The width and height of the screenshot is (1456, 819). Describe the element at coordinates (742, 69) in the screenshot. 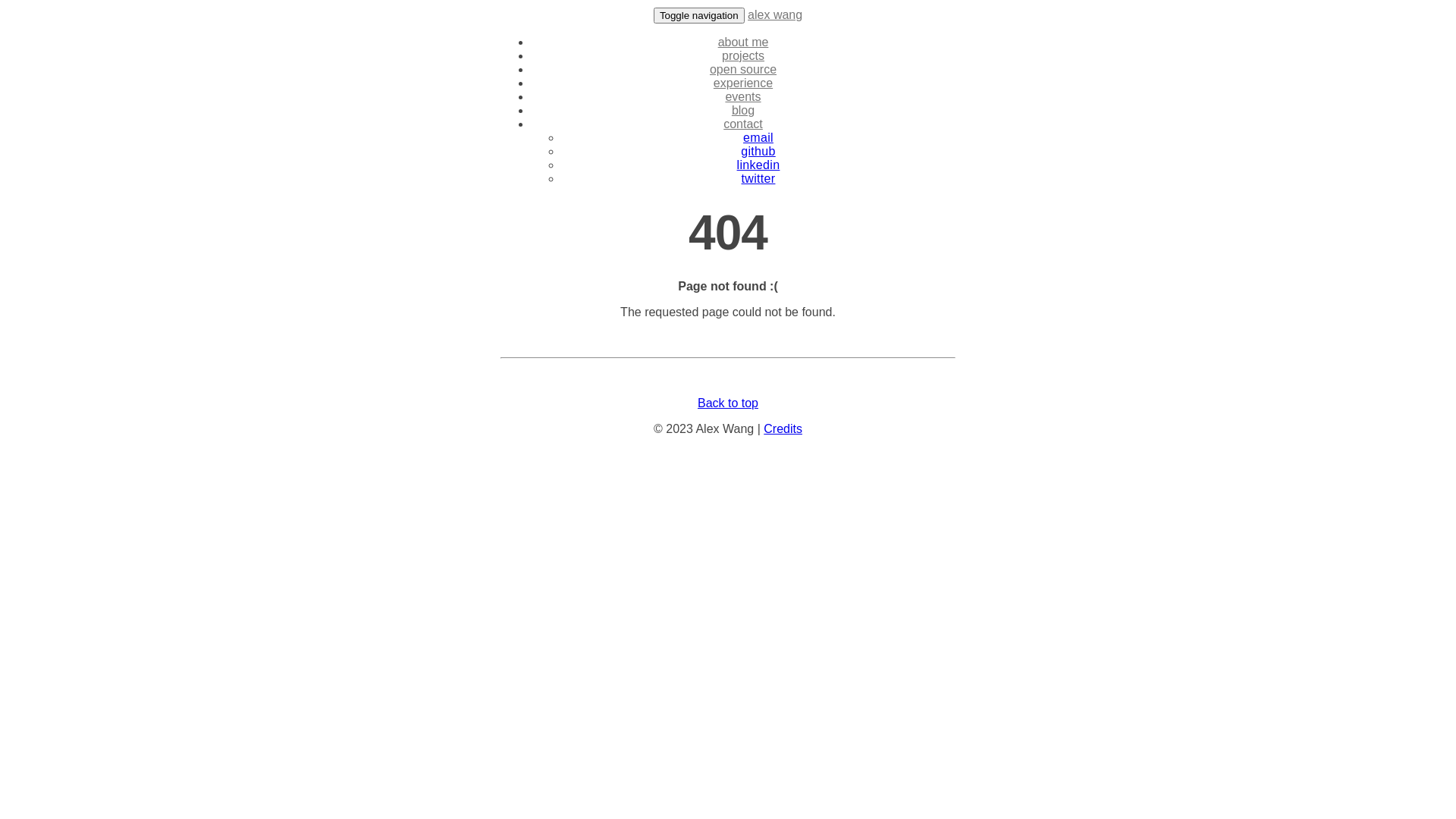

I see `'open source'` at that location.